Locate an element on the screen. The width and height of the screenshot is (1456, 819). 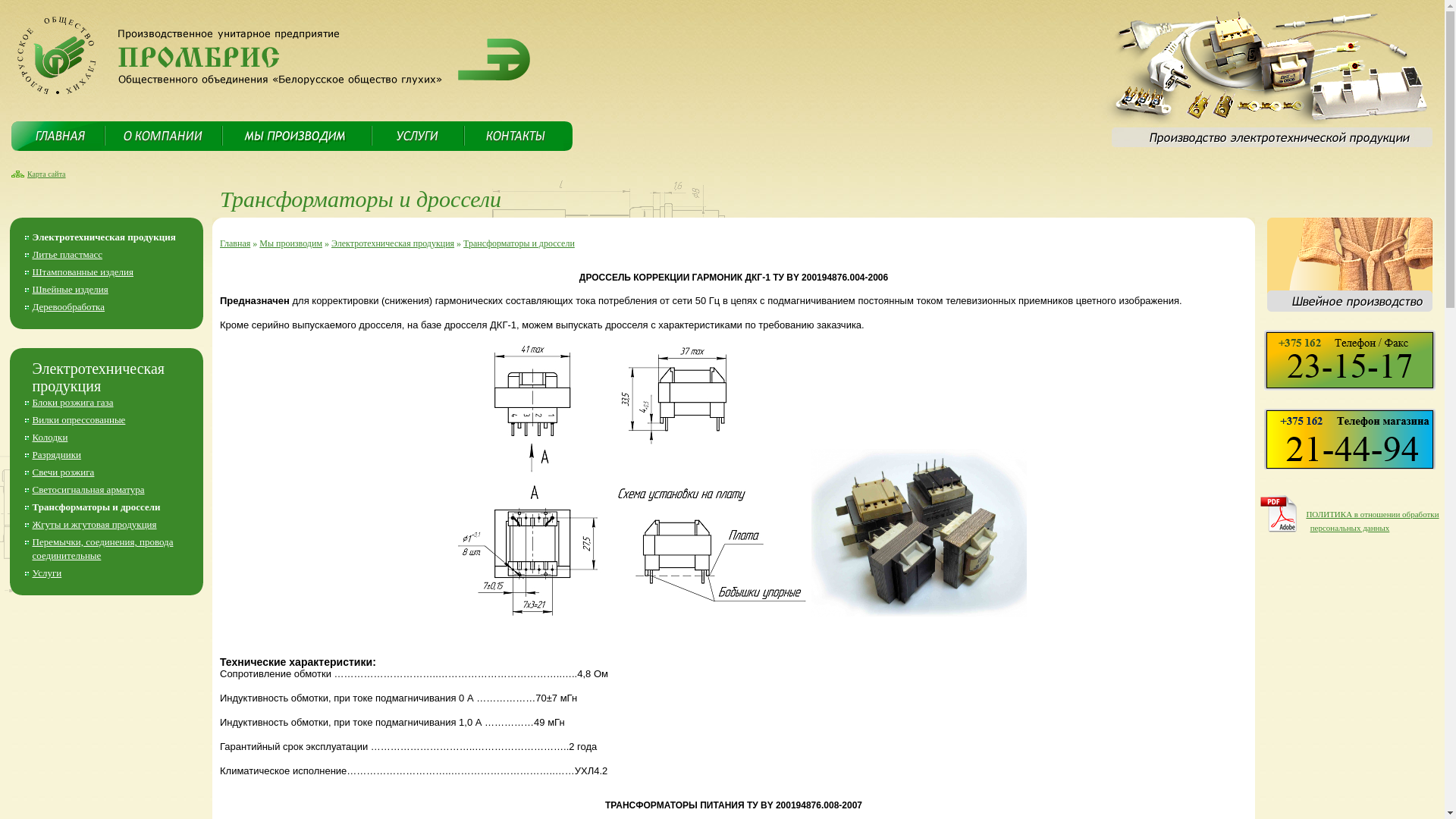
'transformatori2 .jpg' is located at coordinates (918, 532).